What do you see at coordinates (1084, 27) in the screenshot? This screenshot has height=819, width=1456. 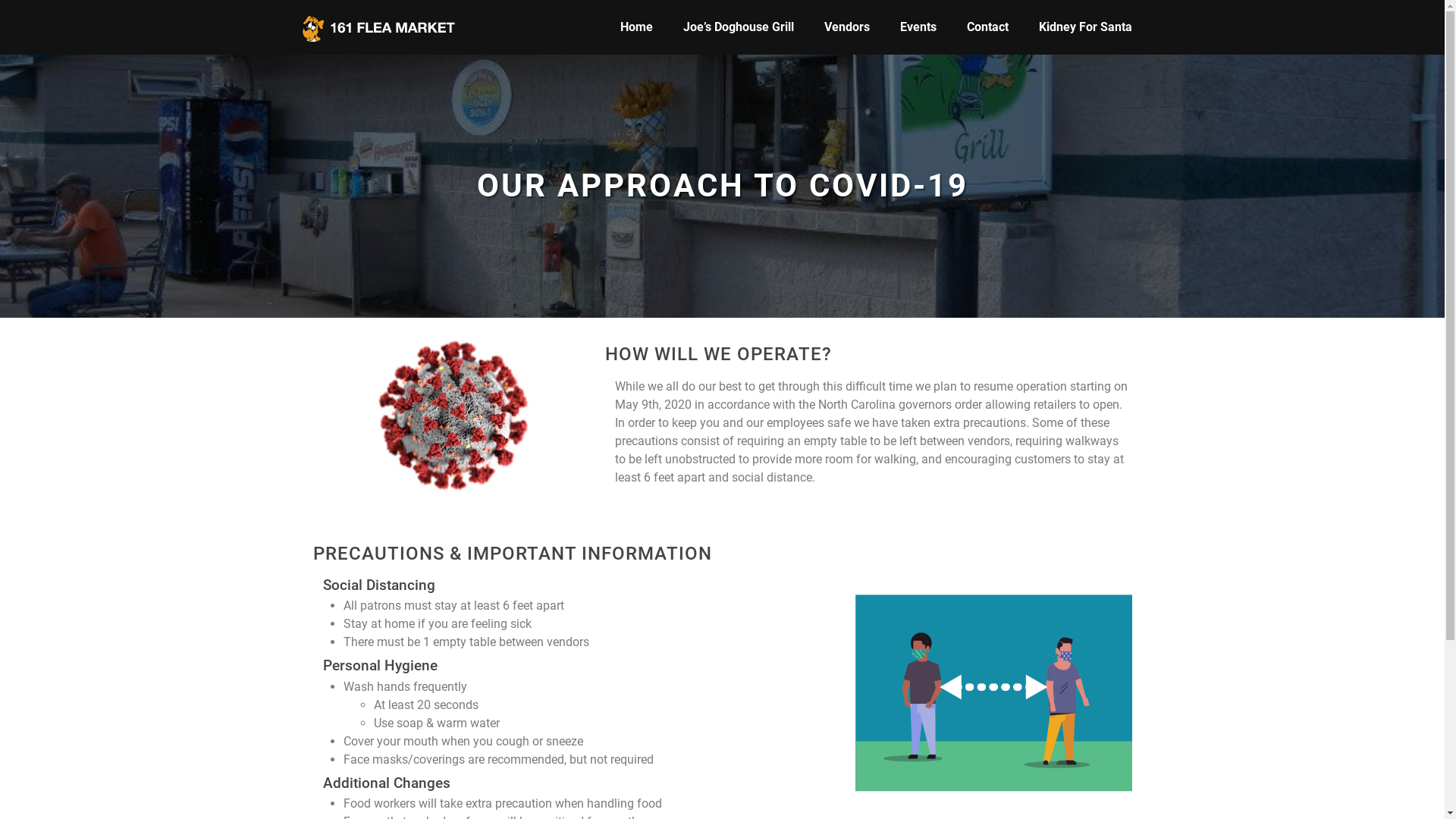 I see `'Kidney For Santa'` at bounding box center [1084, 27].